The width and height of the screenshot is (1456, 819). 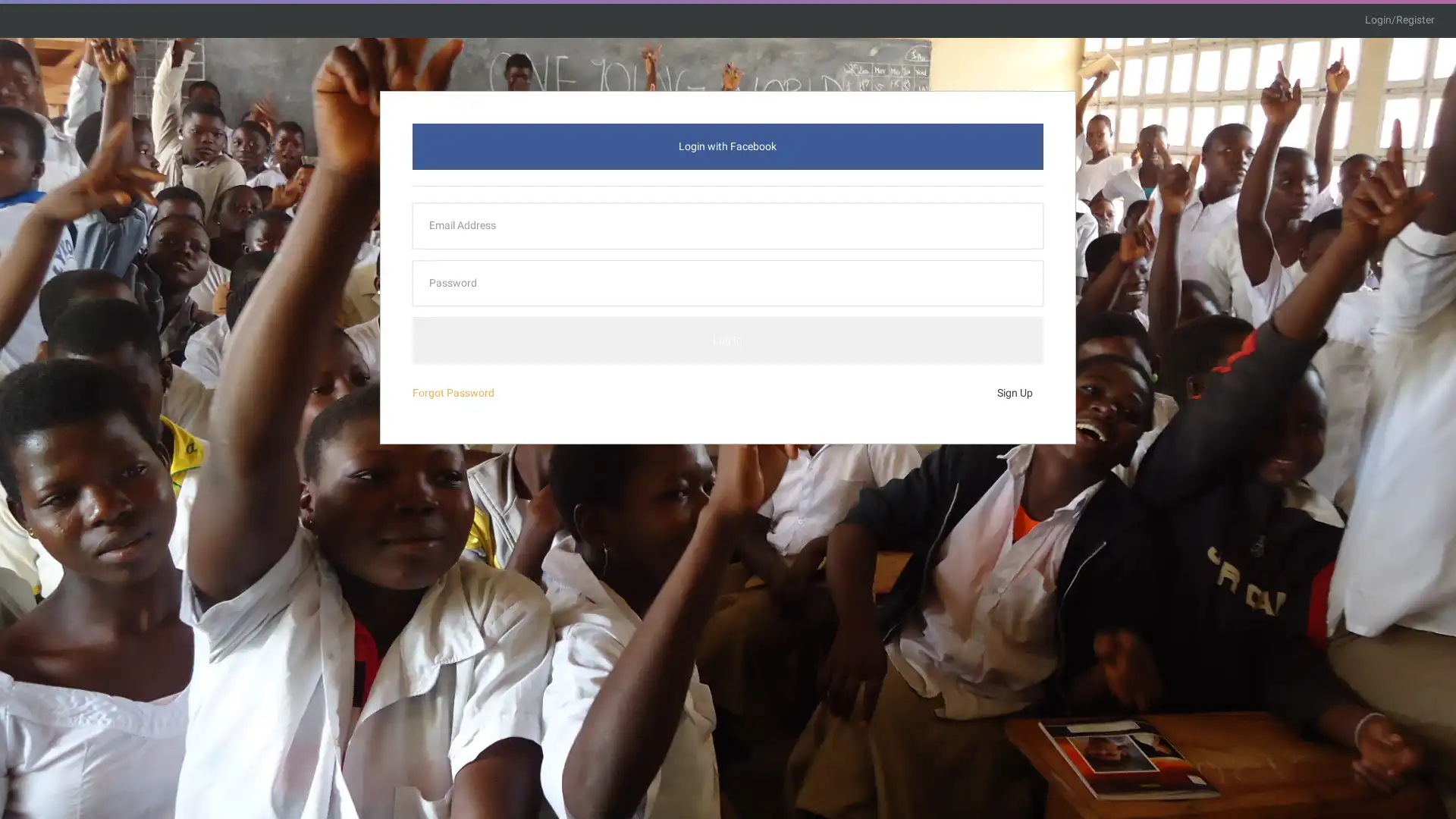 What do you see at coordinates (726, 339) in the screenshot?
I see `Log In` at bounding box center [726, 339].